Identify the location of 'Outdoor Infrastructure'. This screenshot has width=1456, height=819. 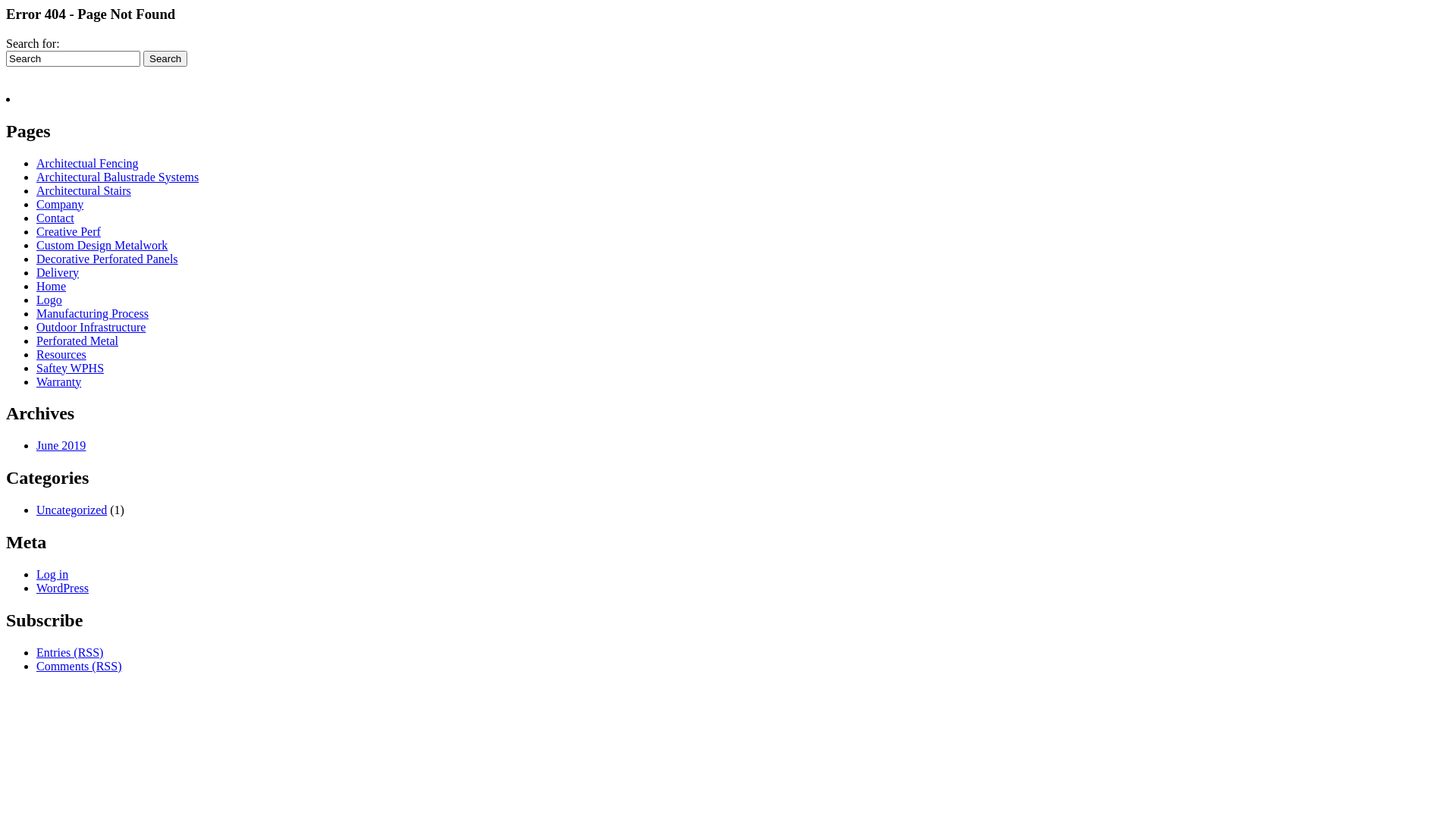
(36, 326).